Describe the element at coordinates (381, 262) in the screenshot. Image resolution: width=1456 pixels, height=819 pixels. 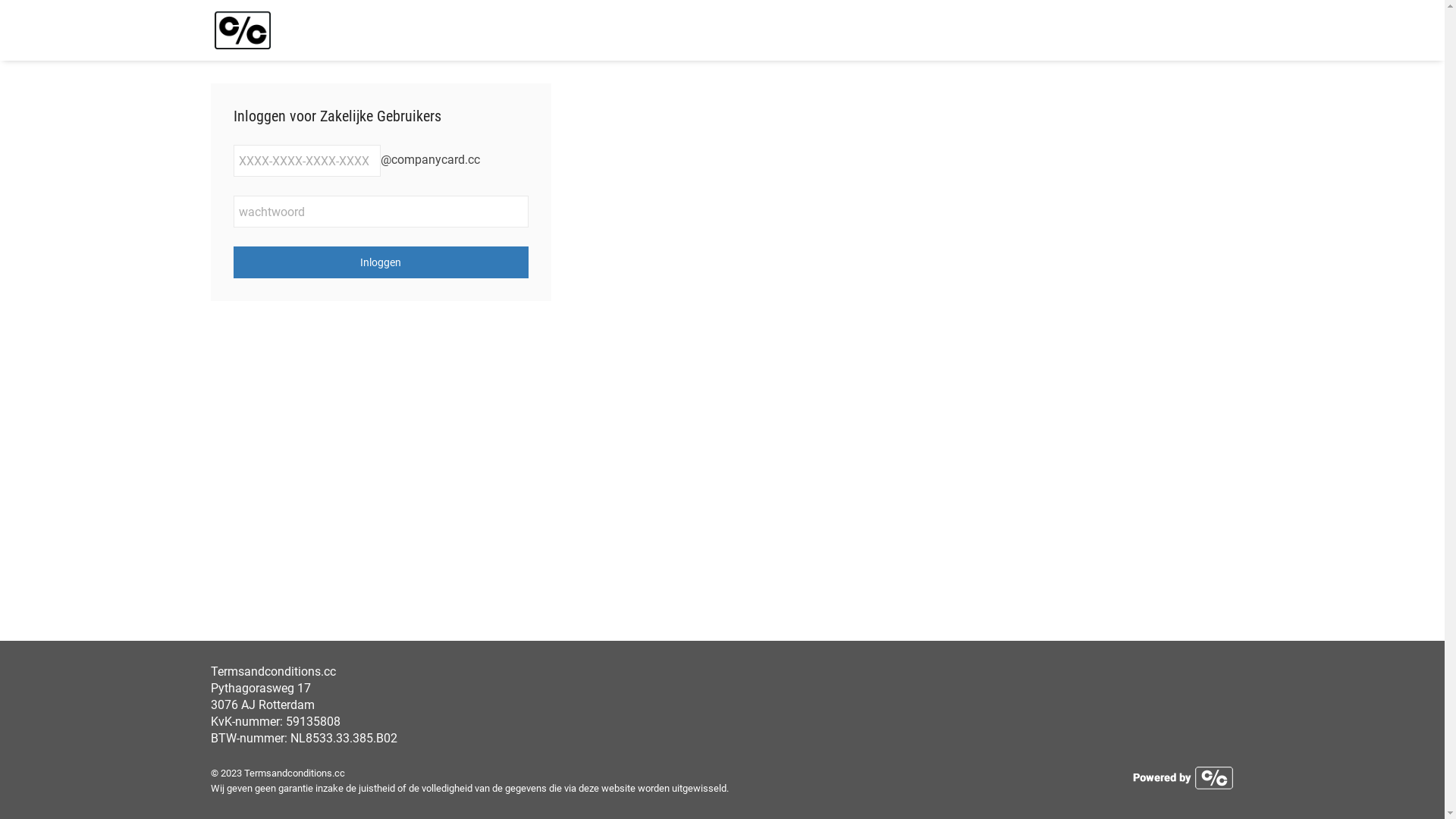
I see `'Inloggen'` at that location.